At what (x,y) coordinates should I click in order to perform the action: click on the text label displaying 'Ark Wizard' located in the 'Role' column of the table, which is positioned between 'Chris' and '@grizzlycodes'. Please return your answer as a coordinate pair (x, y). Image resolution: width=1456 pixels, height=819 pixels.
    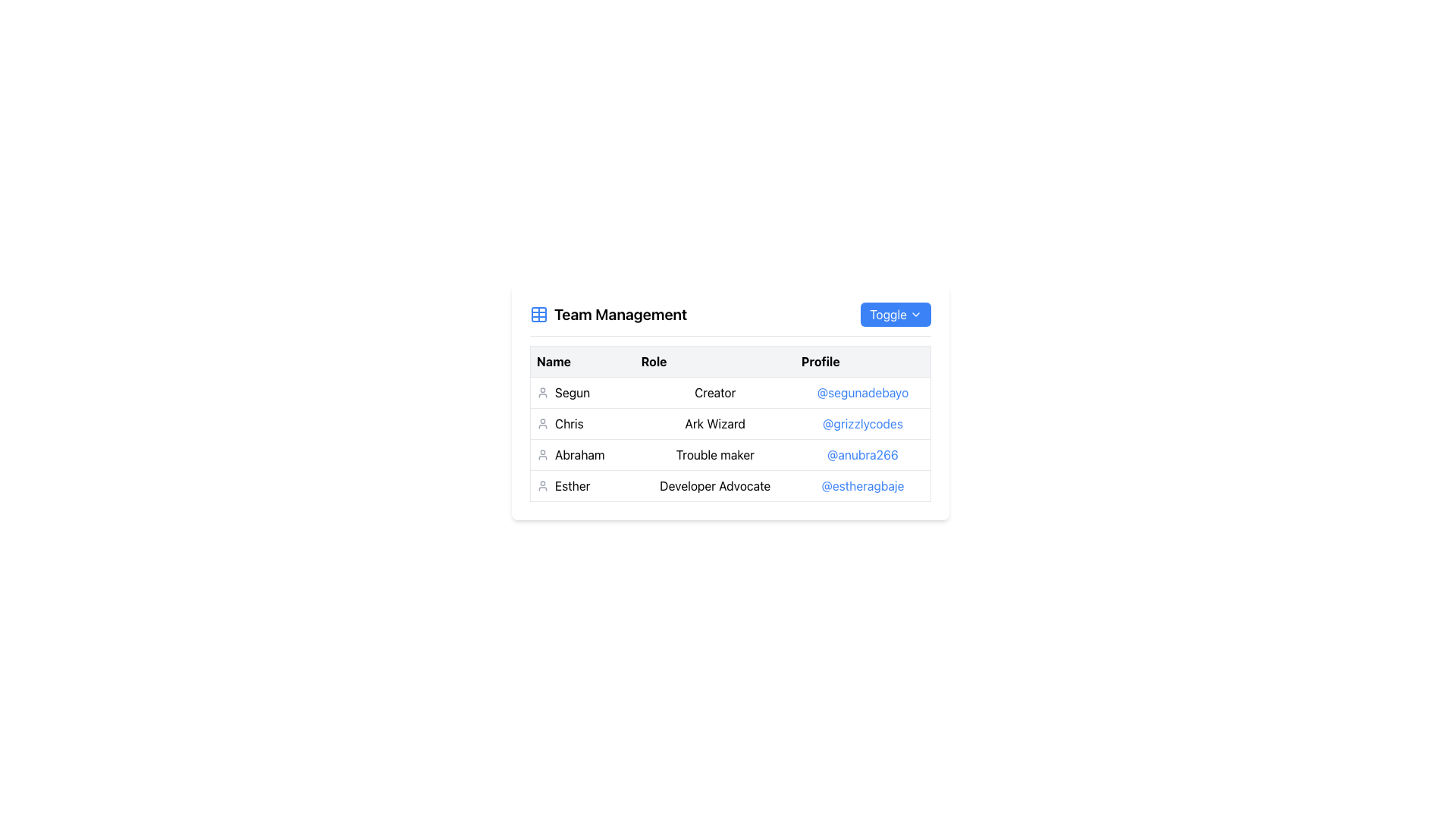
    Looking at the image, I should click on (714, 424).